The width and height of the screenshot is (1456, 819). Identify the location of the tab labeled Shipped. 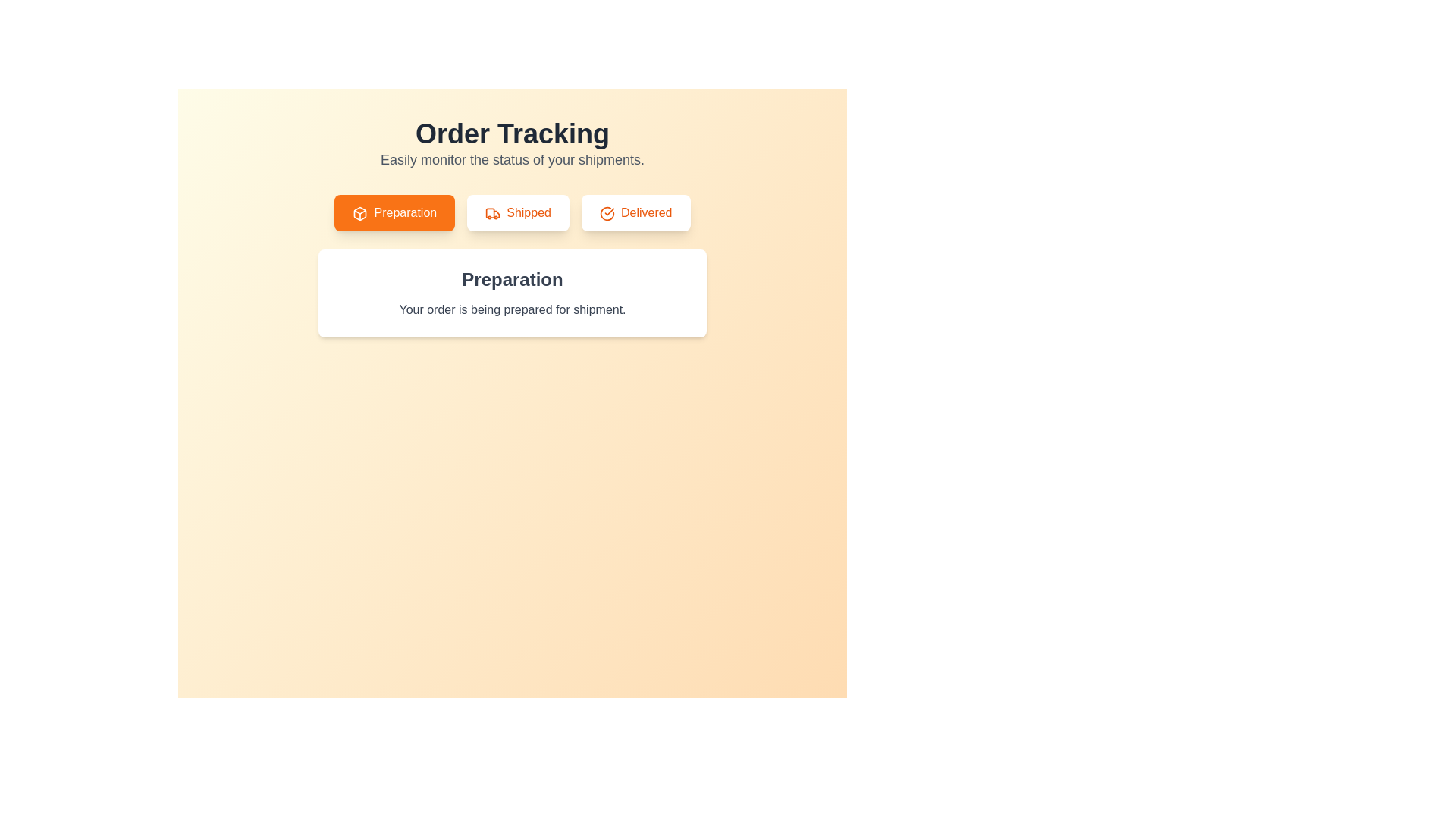
(517, 213).